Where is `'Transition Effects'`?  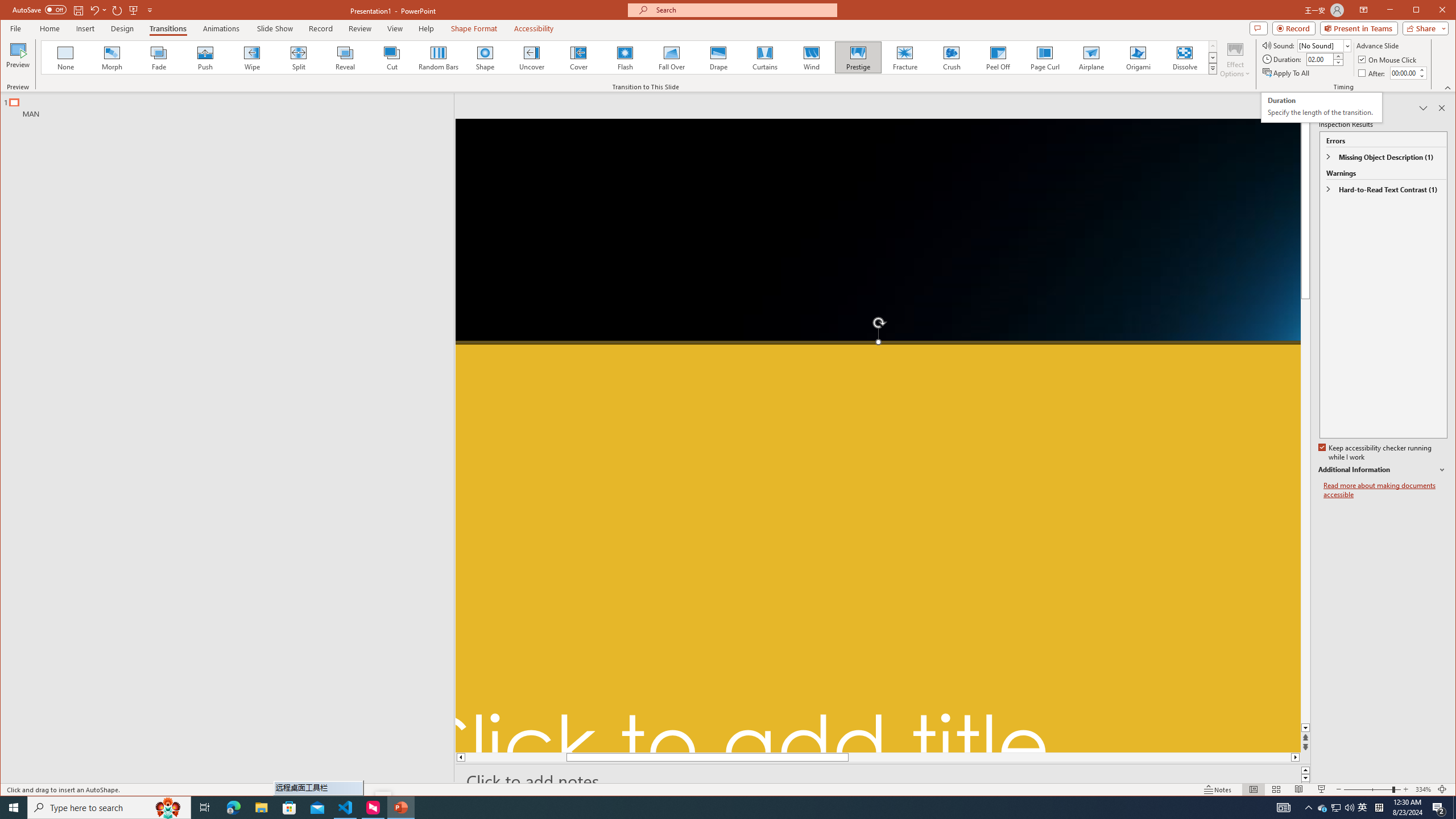
'Transition Effects' is located at coordinates (1212, 68).